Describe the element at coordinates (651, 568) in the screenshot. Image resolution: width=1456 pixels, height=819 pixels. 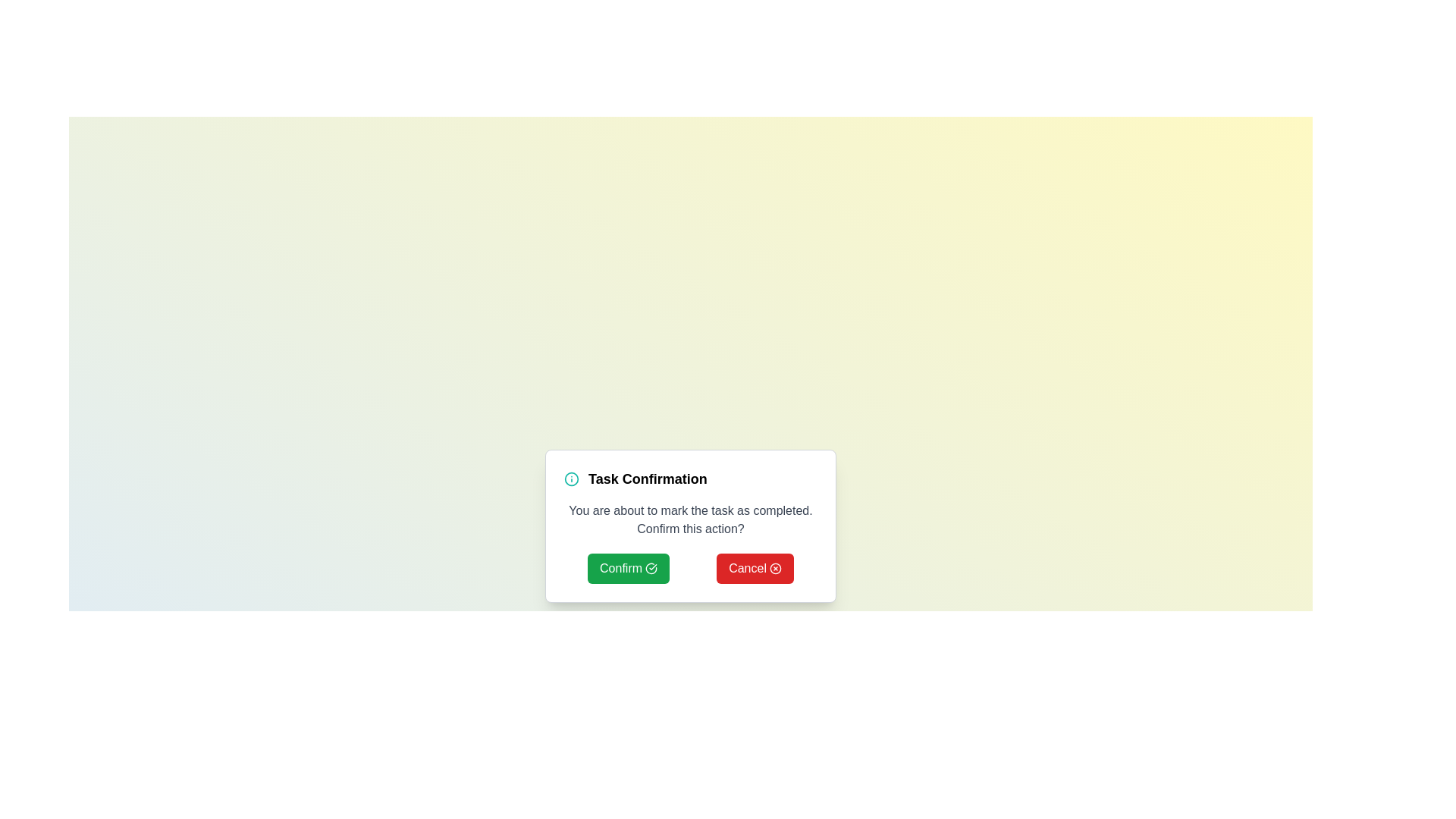
I see `the circular icon with a check mark inside the green 'Confirm' button at the bottom of the card in the modal dialog to confirm` at that location.